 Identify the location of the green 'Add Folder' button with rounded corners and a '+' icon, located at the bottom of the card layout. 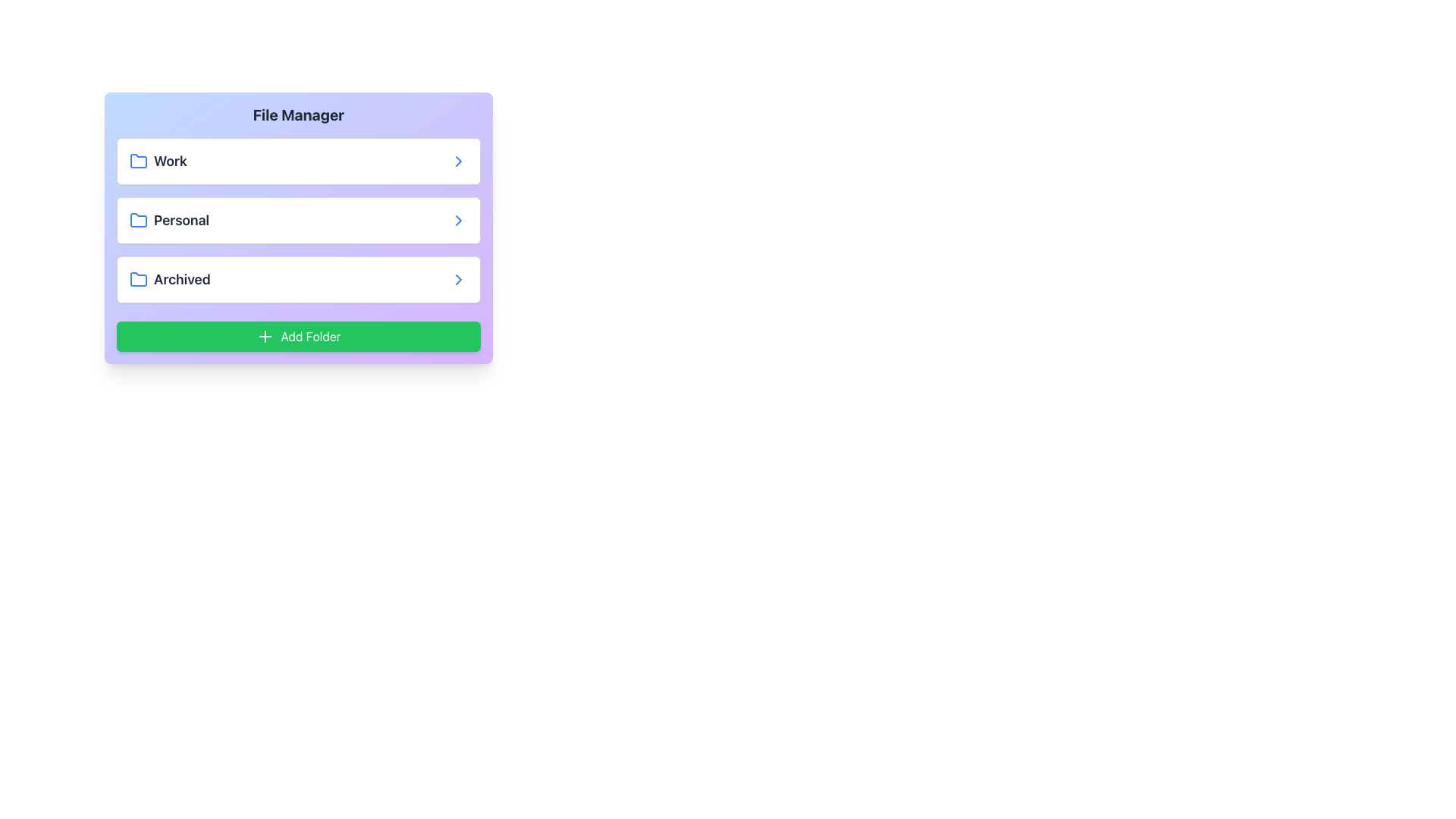
(298, 335).